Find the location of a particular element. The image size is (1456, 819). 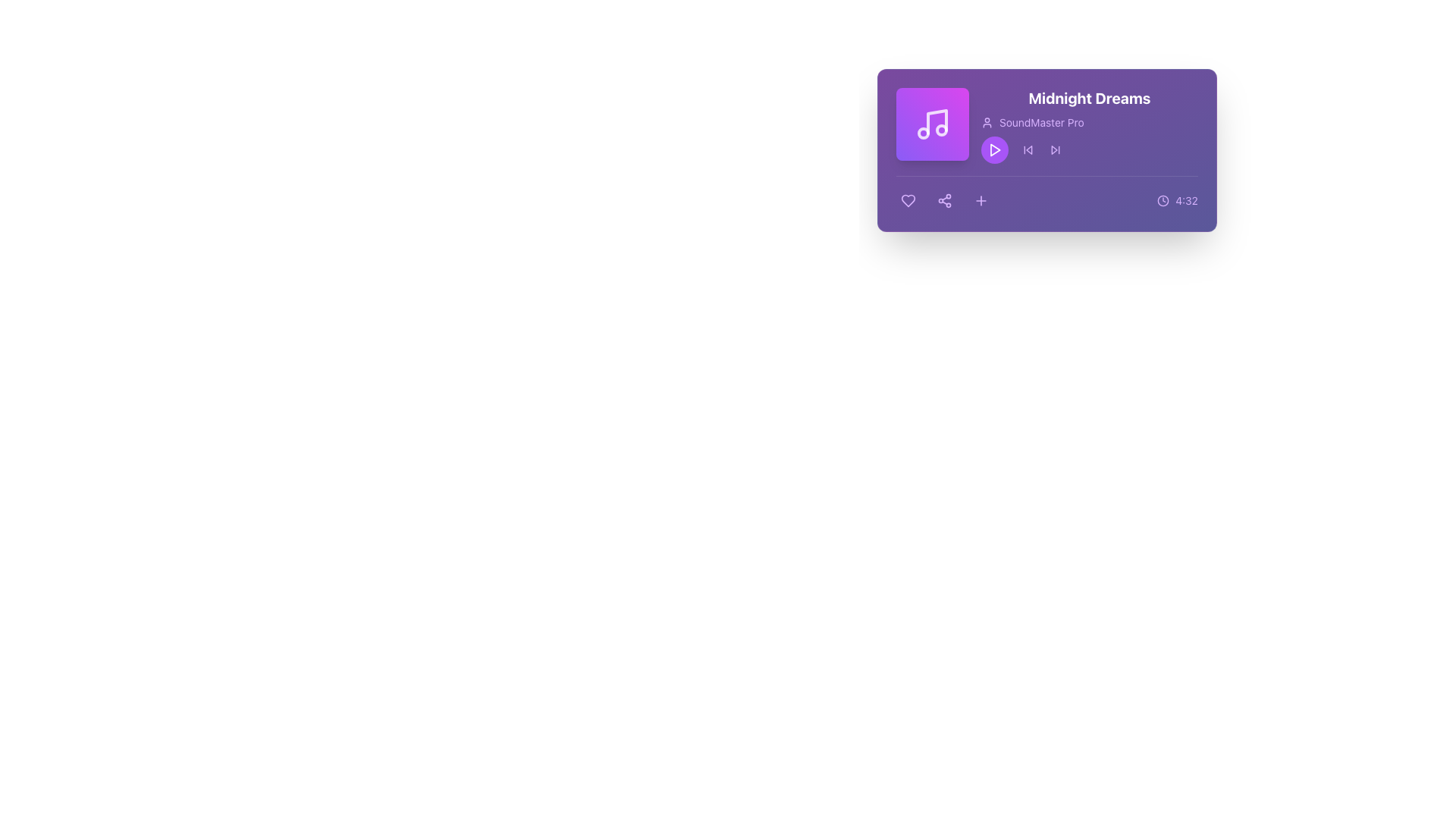

the song title 'Midnight Dreams' in the Component card with multimedia details and interactive controls is located at coordinates (1046, 150).